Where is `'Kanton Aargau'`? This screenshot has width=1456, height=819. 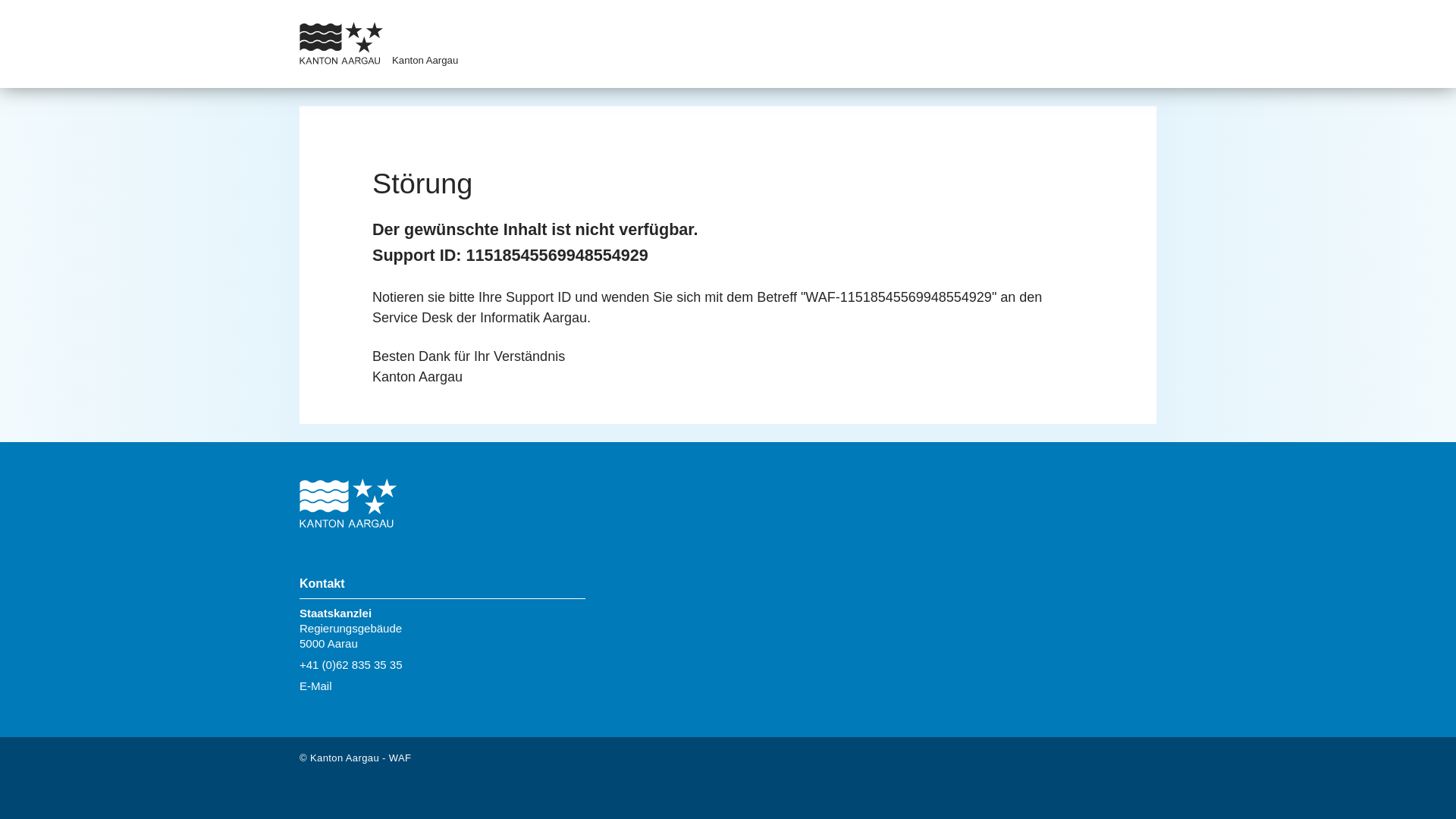
'Kanton Aargau' is located at coordinates (425, 59).